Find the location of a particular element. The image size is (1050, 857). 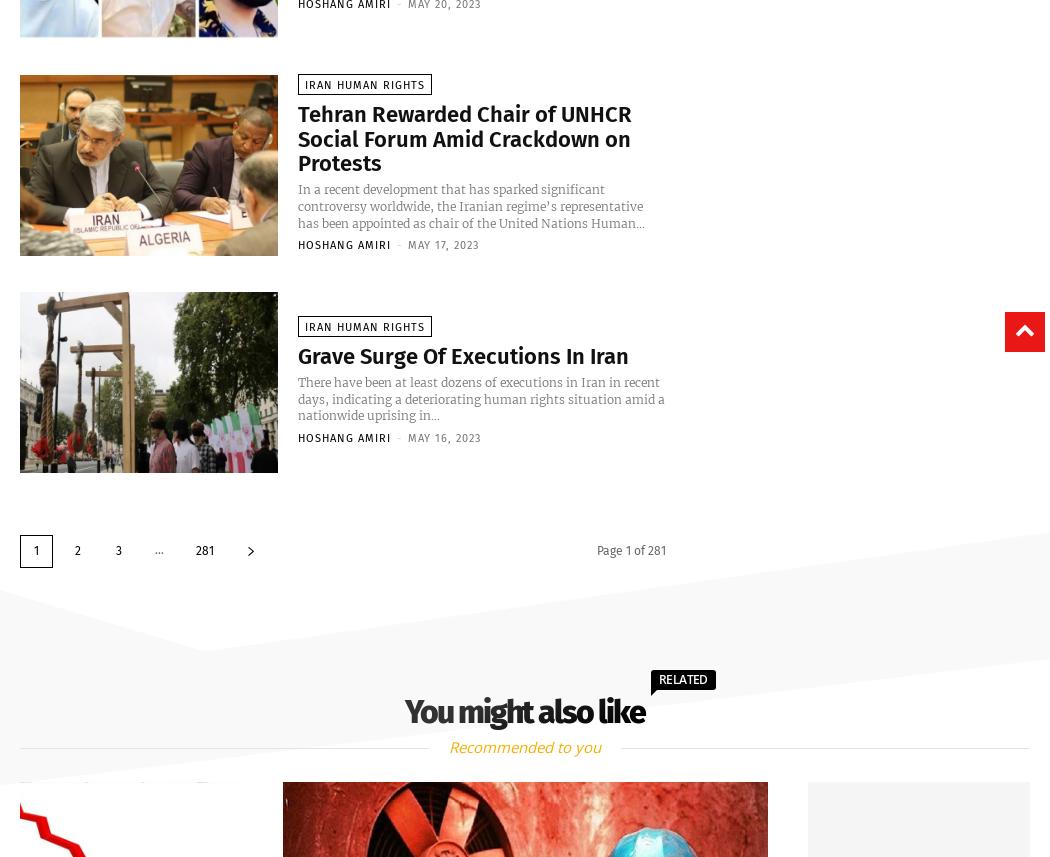

'1' is located at coordinates (36, 550).